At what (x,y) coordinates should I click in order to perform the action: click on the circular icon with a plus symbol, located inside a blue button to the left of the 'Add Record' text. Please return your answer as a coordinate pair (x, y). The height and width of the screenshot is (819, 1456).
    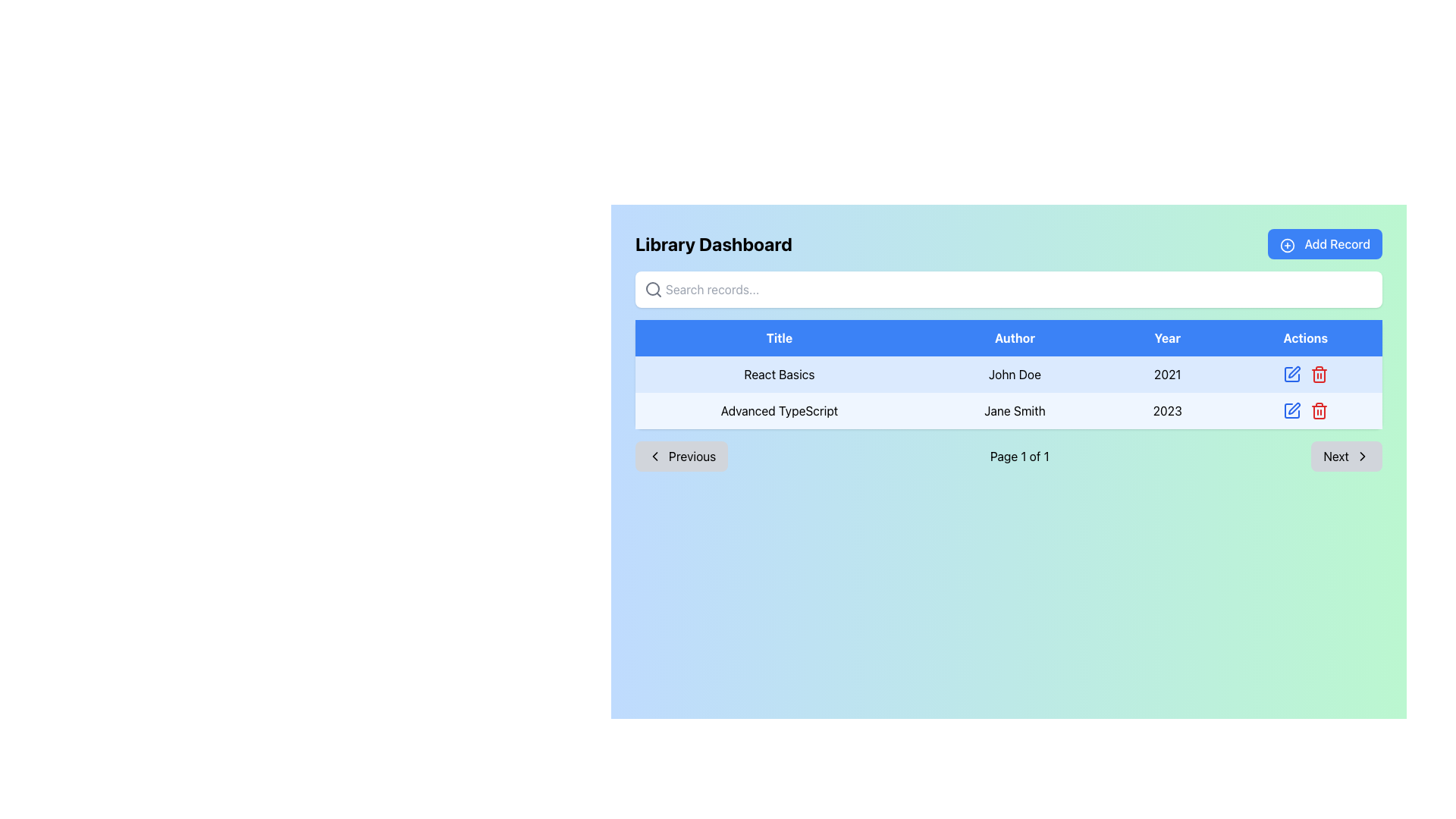
    Looking at the image, I should click on (1287, 244).